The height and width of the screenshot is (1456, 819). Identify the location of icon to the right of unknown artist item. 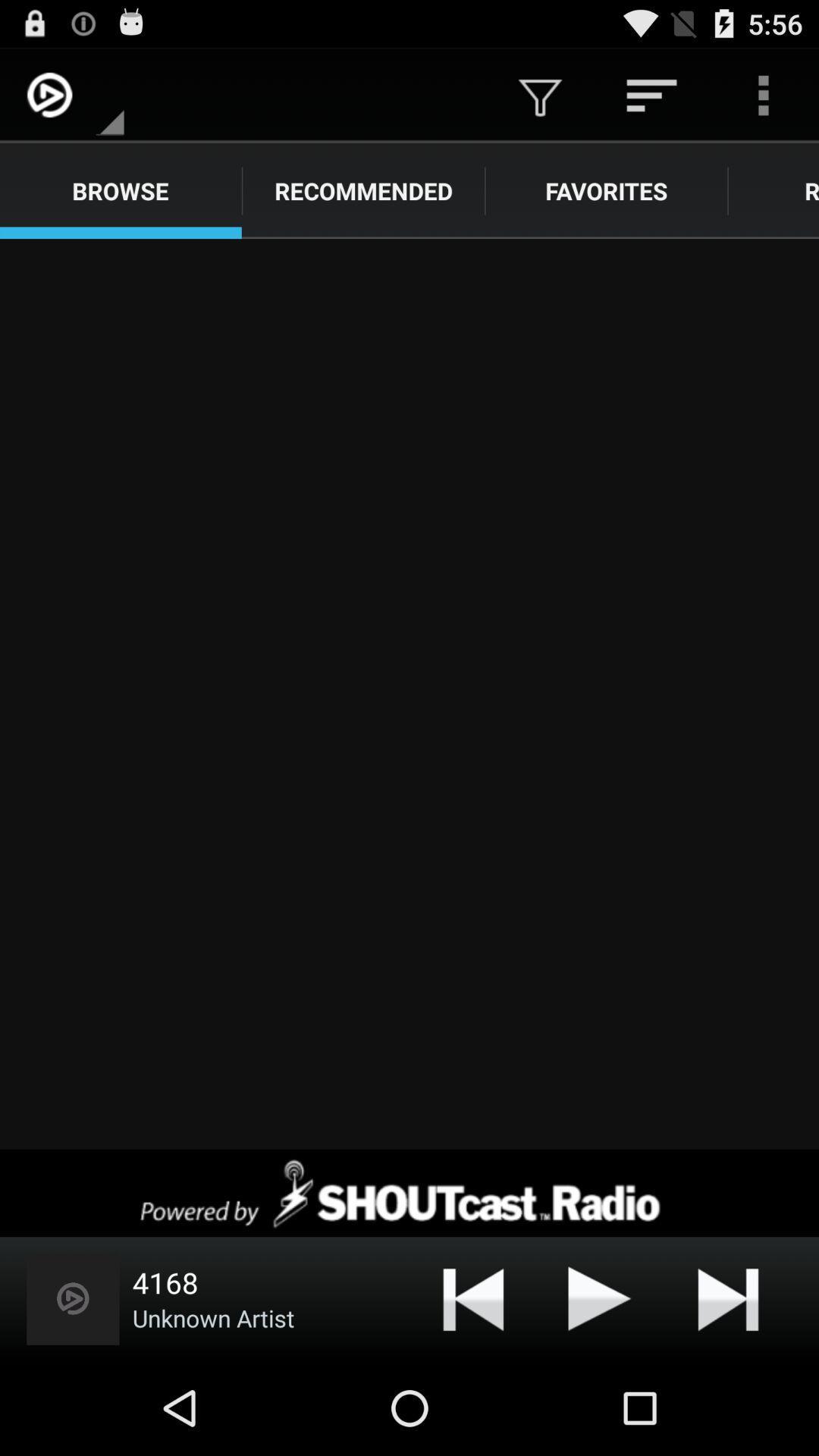
(472, 1298).